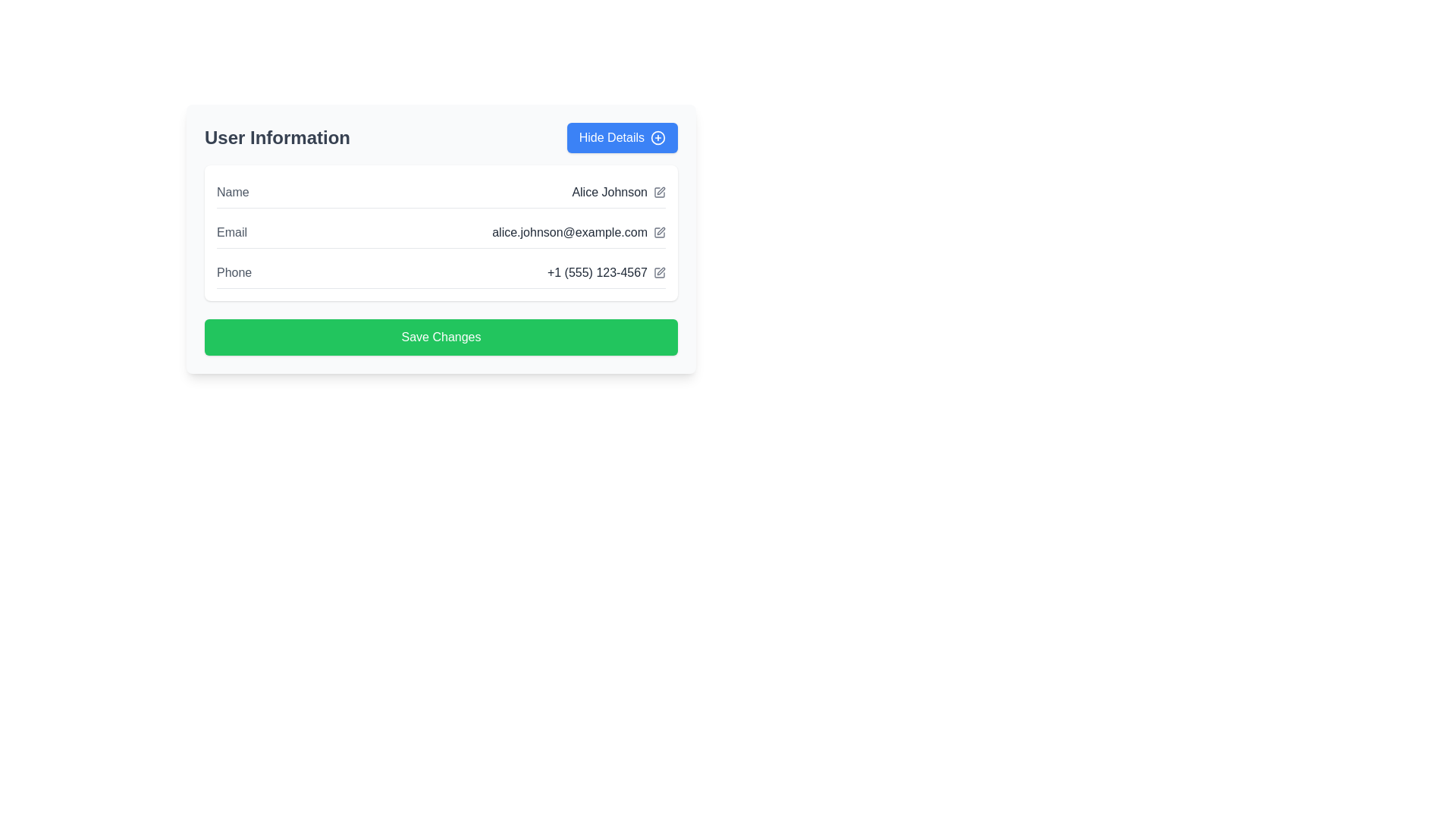 Image resolution: width=1456 pixels, height=819 pixels. Describe the element at coordinates (605, 271) in the screenshot. I see `the phone number text label located in the lower section of the user information panel, to the right of the 'Phone' label, and just above the green 'Save Changes' button` at that location.